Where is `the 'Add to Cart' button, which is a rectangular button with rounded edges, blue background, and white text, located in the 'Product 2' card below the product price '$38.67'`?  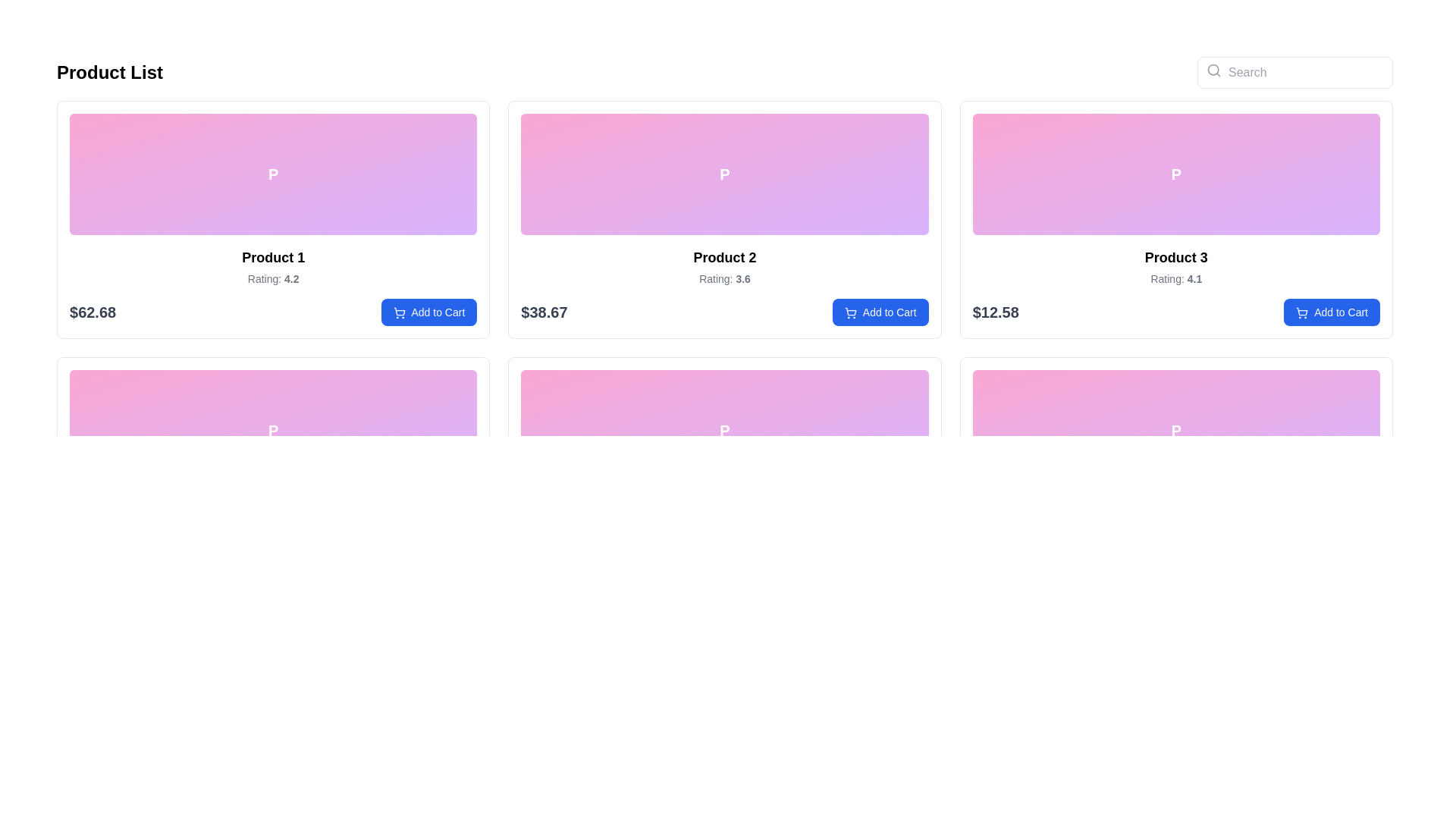 the 'Add to Cart' button, which is a rectangular button with rounded edges, blue background, and white text, located in the 'Product 2' card below the product price '$38.67' is located at coordinates (880, 312).